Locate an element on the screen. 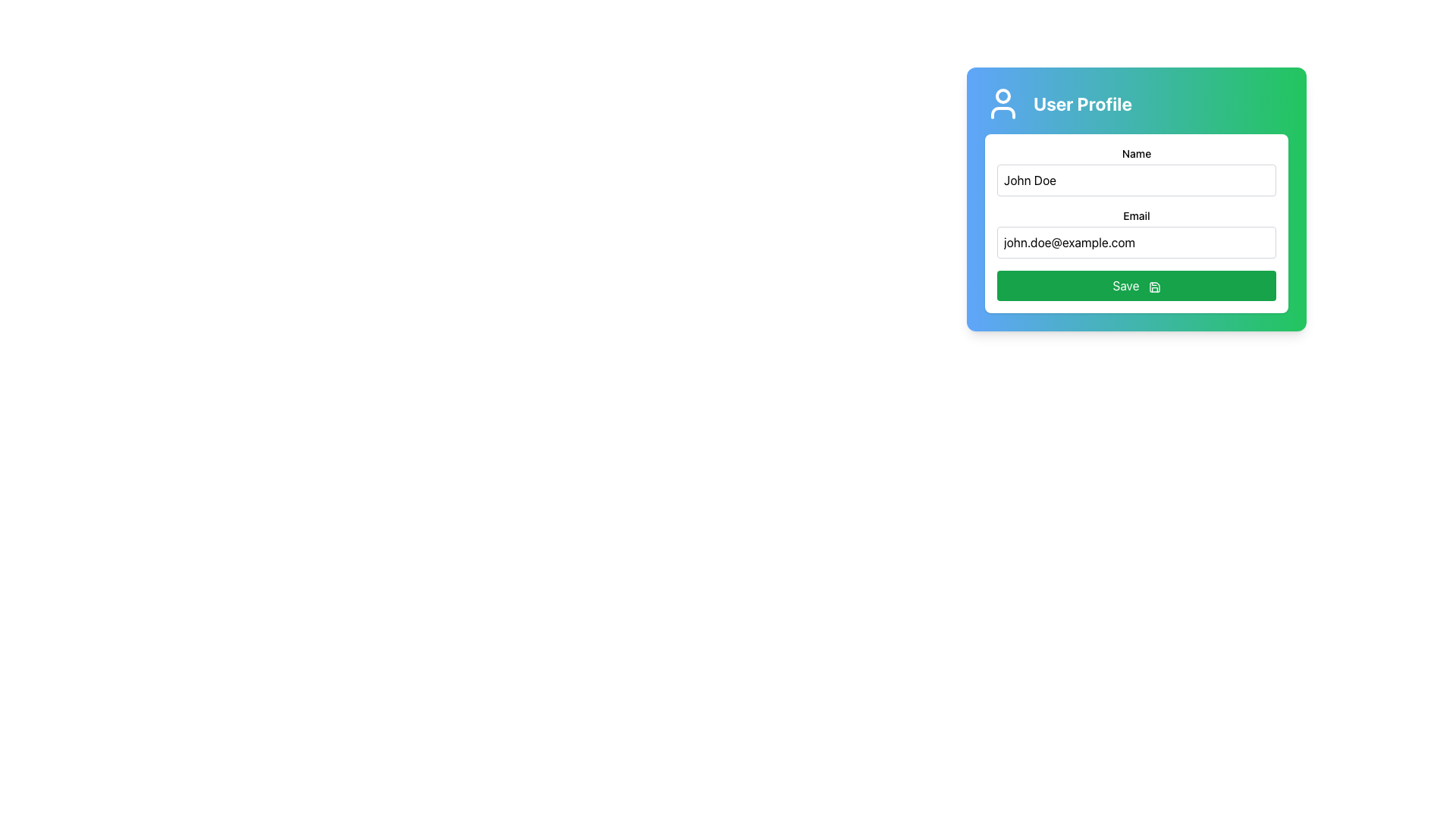  the green 'Save' button with rounded corners at the bottom of the card is located at coordinates (1136, 286).